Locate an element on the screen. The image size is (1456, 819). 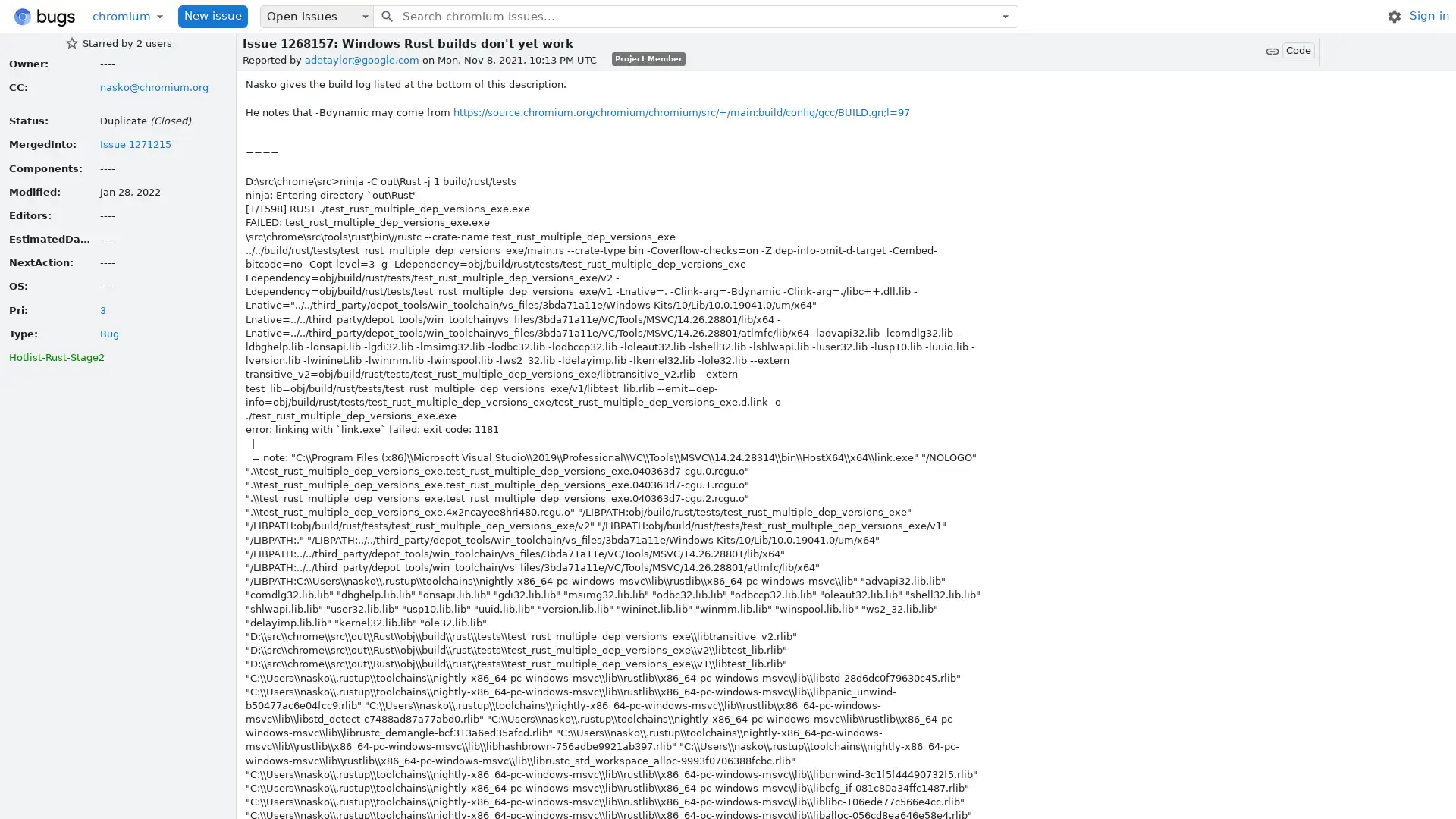
Search options is located at coordinates (1005, 15).